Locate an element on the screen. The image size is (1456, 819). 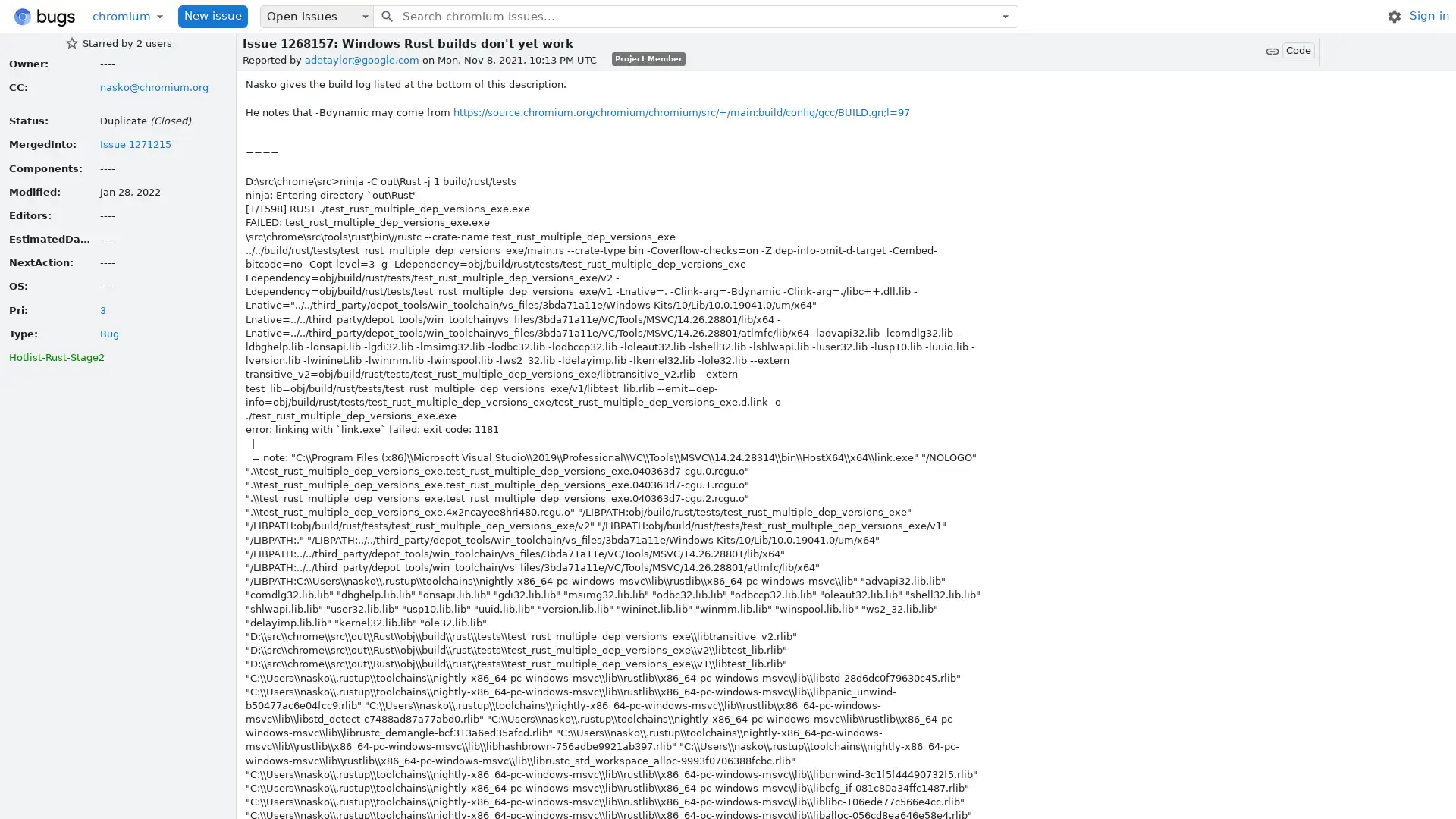
Search options is located at coordinates (1005, 15).